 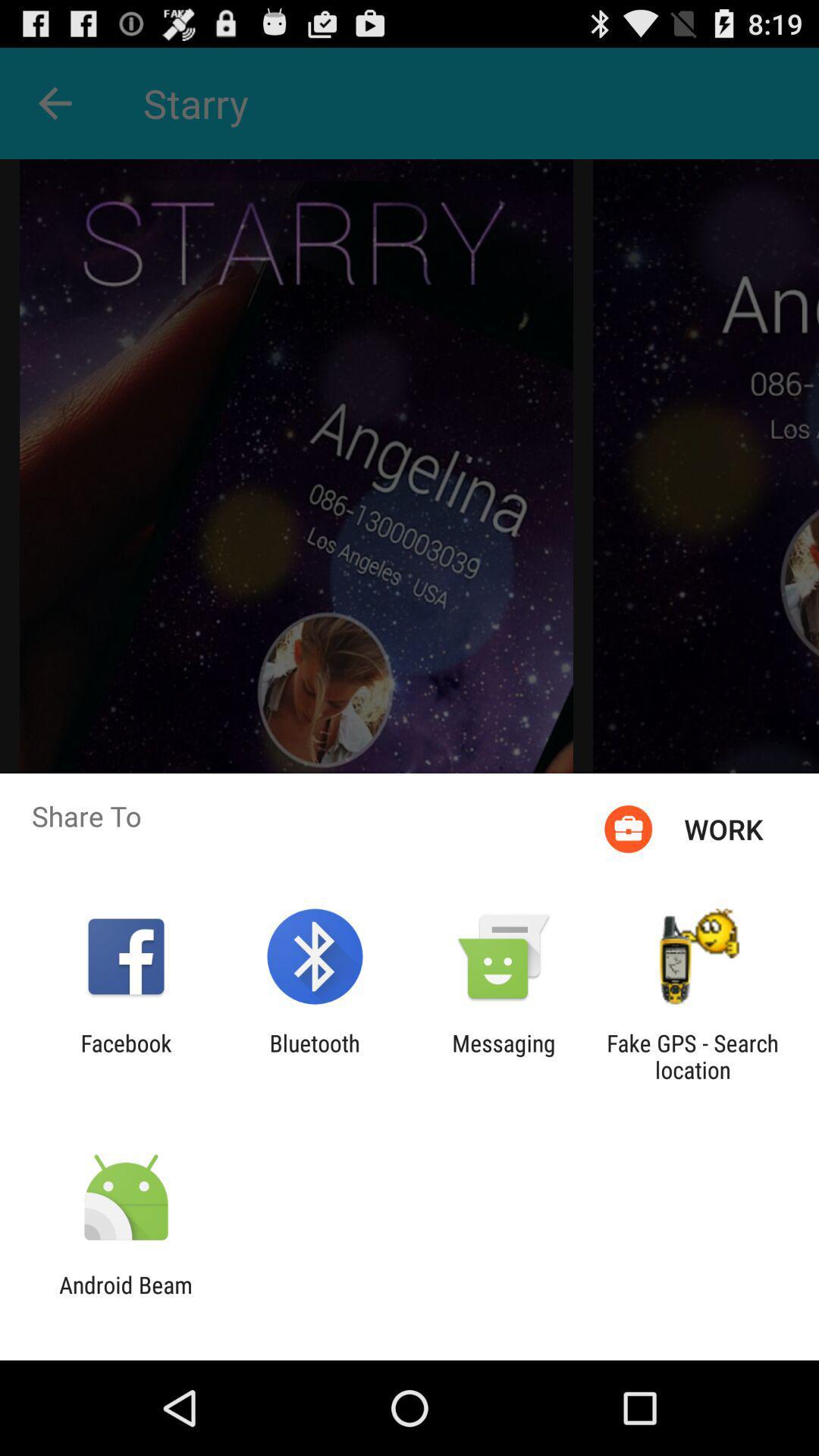 I want to click on fake gps search app, so click(x=692, y=1056).